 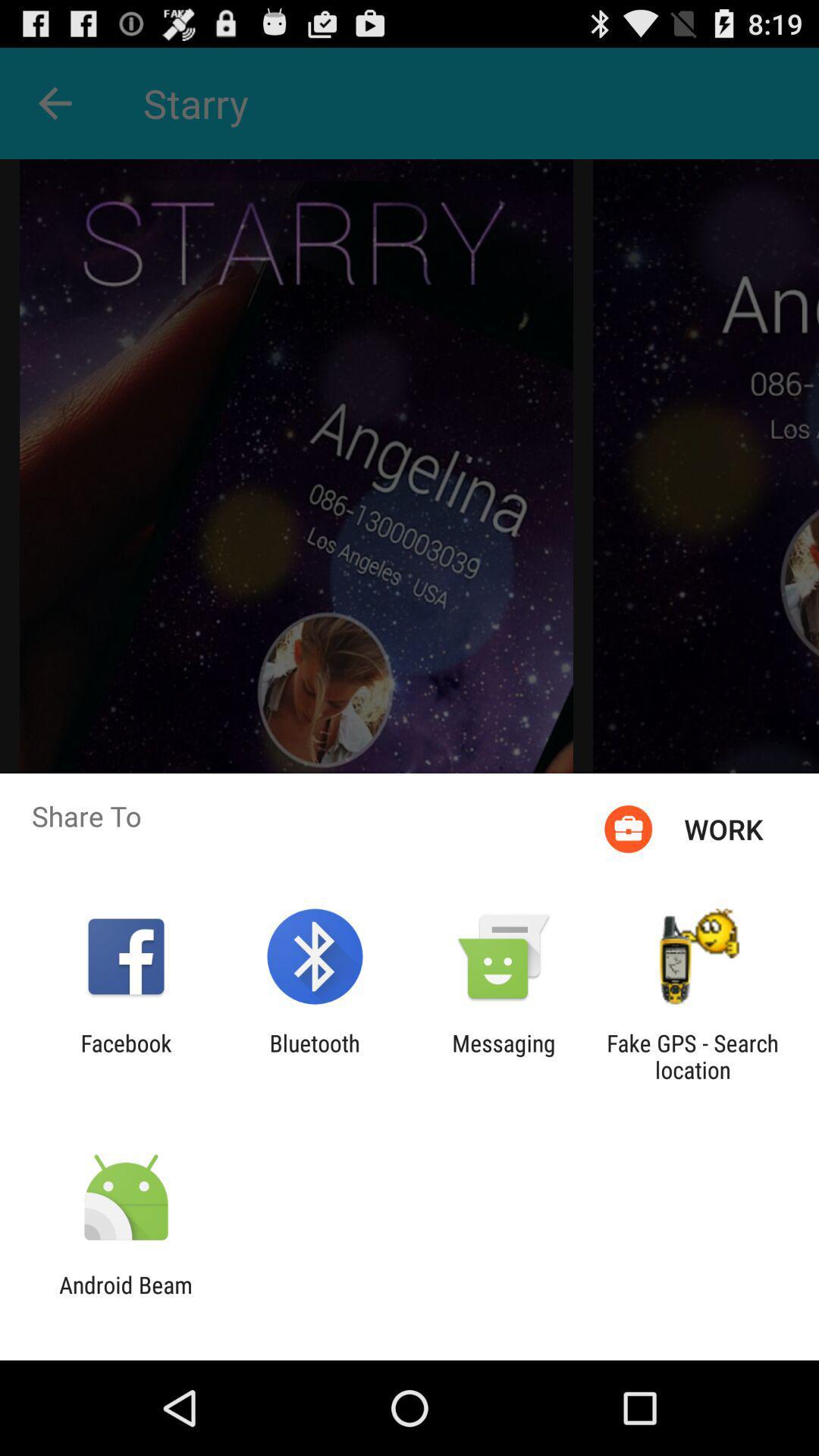 I want to click on fake gps search app, so click(x=692, y=1056).